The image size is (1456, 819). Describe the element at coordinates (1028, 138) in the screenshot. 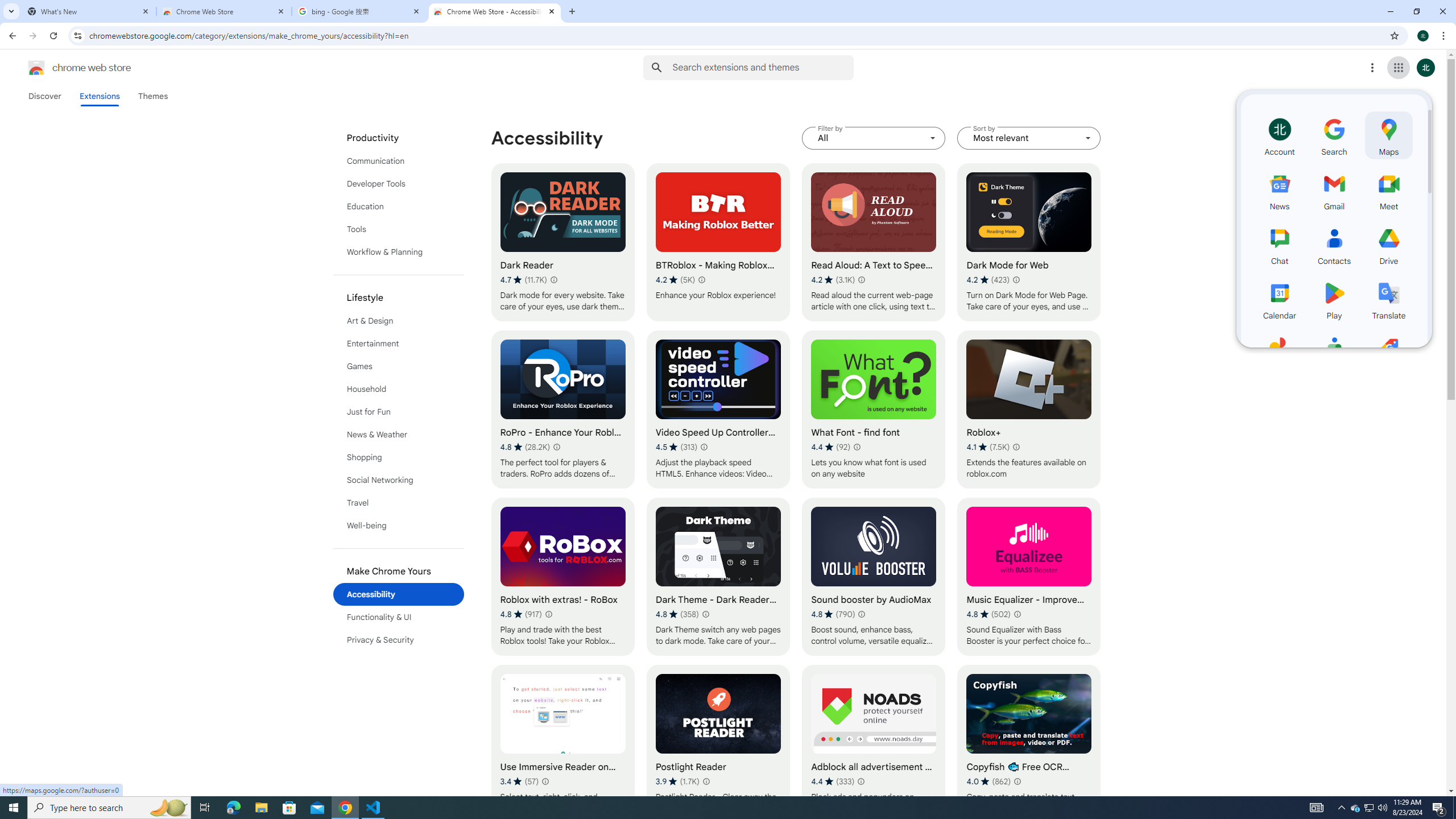

I see `'Sort by Most relevant'` at that location.